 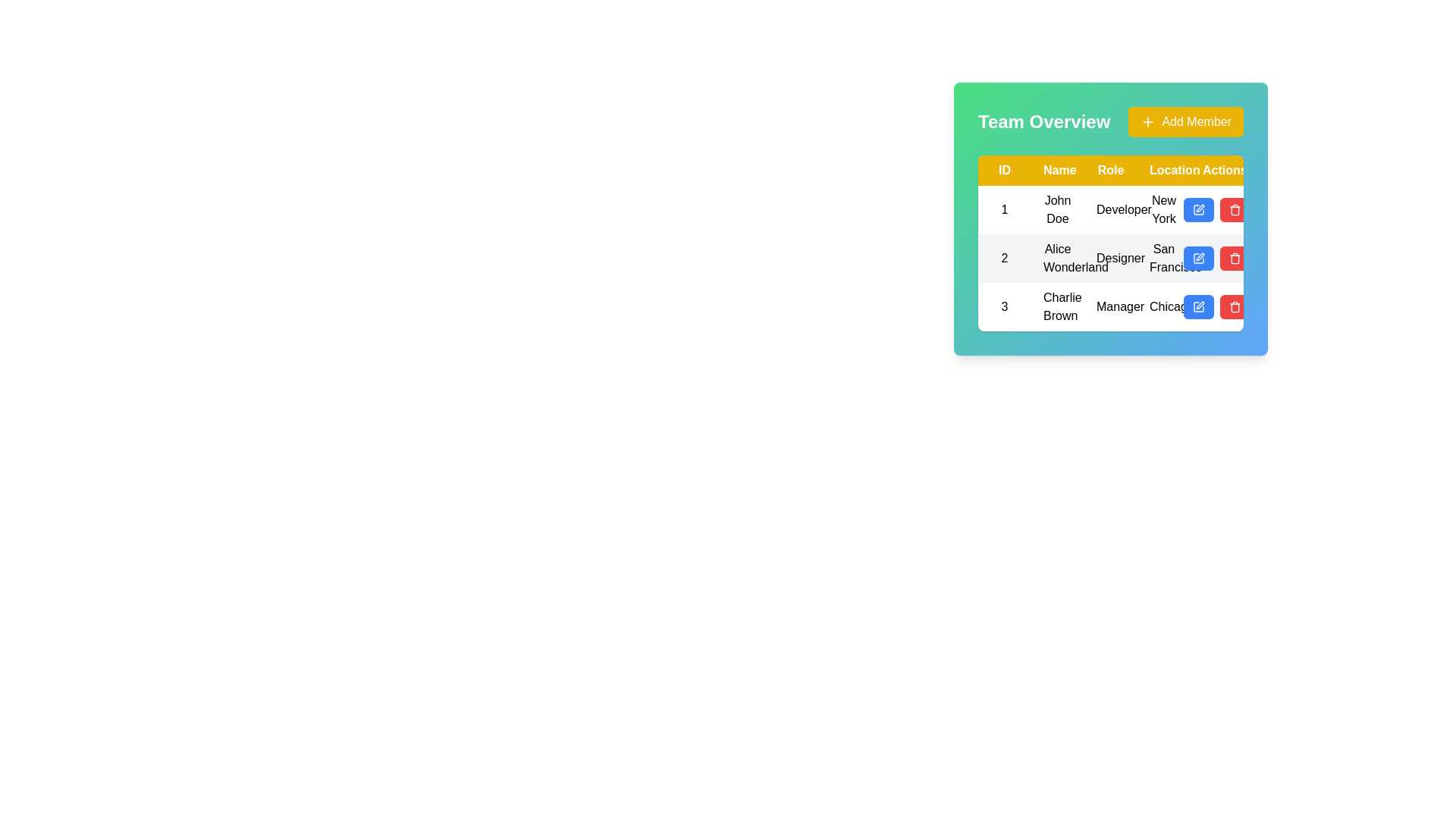 What do you see at coordinates (1110, 170) in the screenshot?
I see `column labels of the Table Header Row located under the 'Team Overview' and '+ Add Member' buttons` at bounding box center [1110, 170].